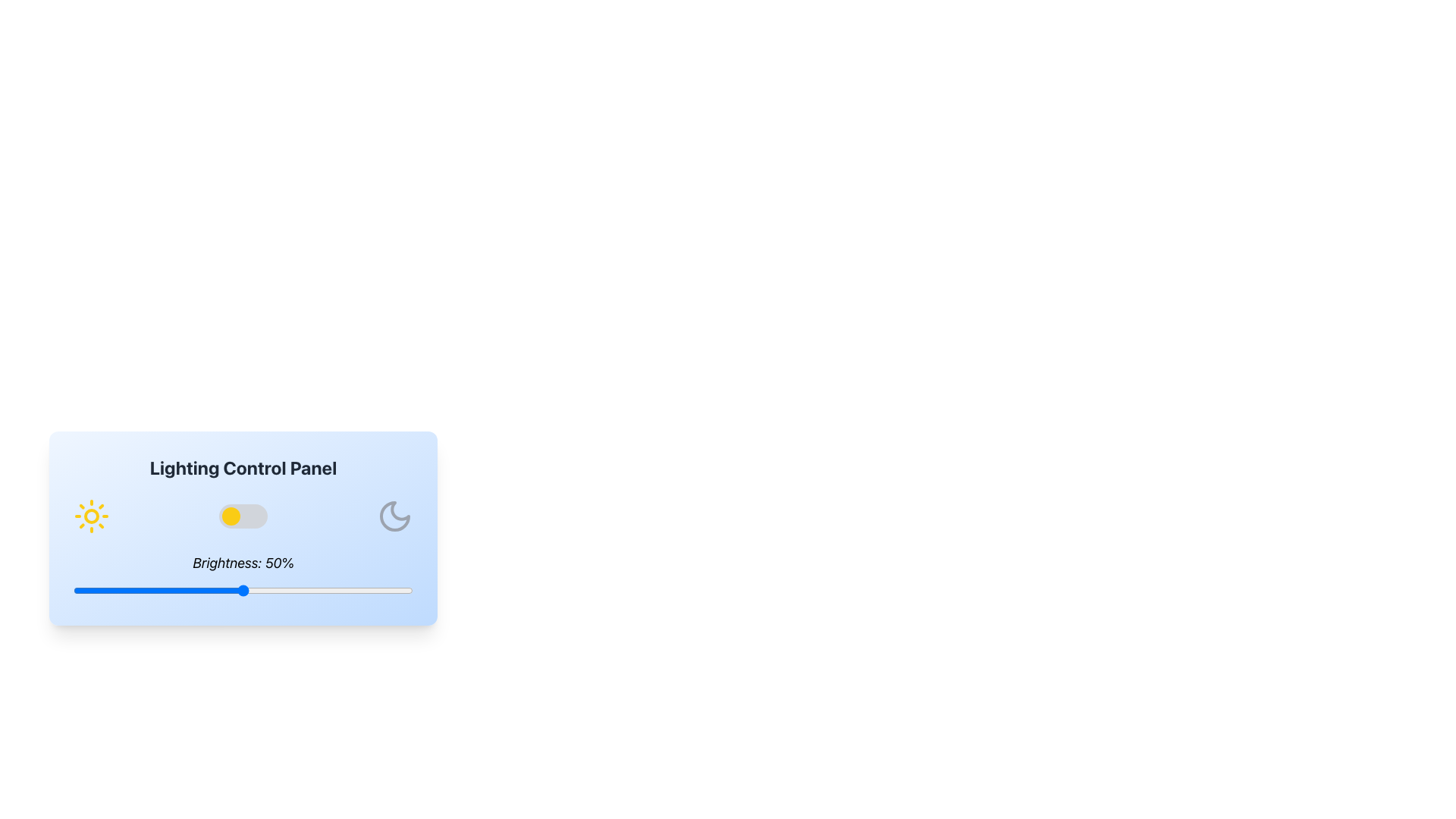 Image resolution: width=1456 pixels, height=819 pixels. What do you see at coordinates (145, 590) in the screenshot?
I see `the brightness` at bounding box center [145, 590].